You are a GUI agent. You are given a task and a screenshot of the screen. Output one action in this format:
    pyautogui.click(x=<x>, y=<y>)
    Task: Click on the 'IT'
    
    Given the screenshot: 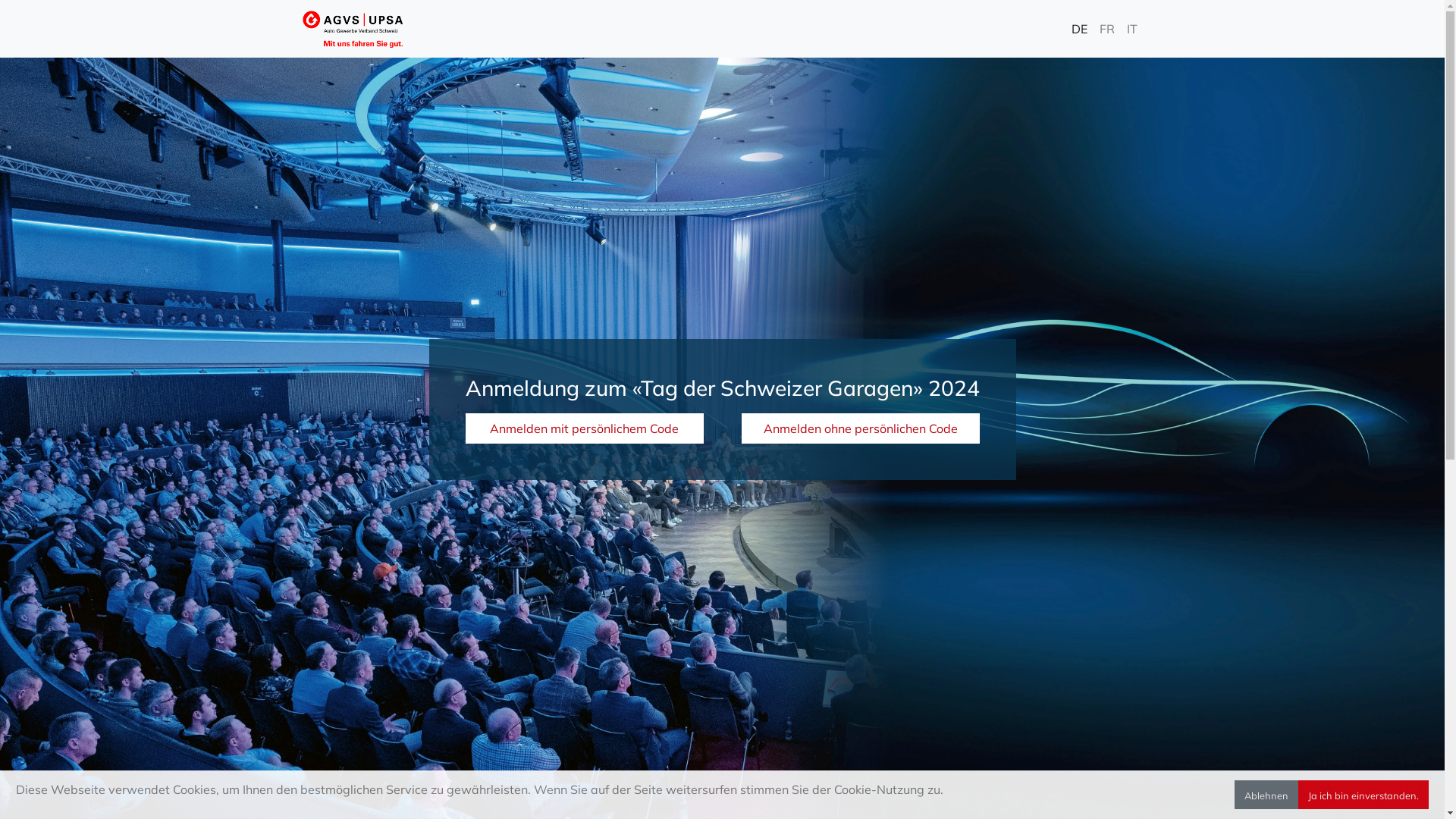 What is the action you would take?
    pyautogui.click(x=1131, y=29)
    